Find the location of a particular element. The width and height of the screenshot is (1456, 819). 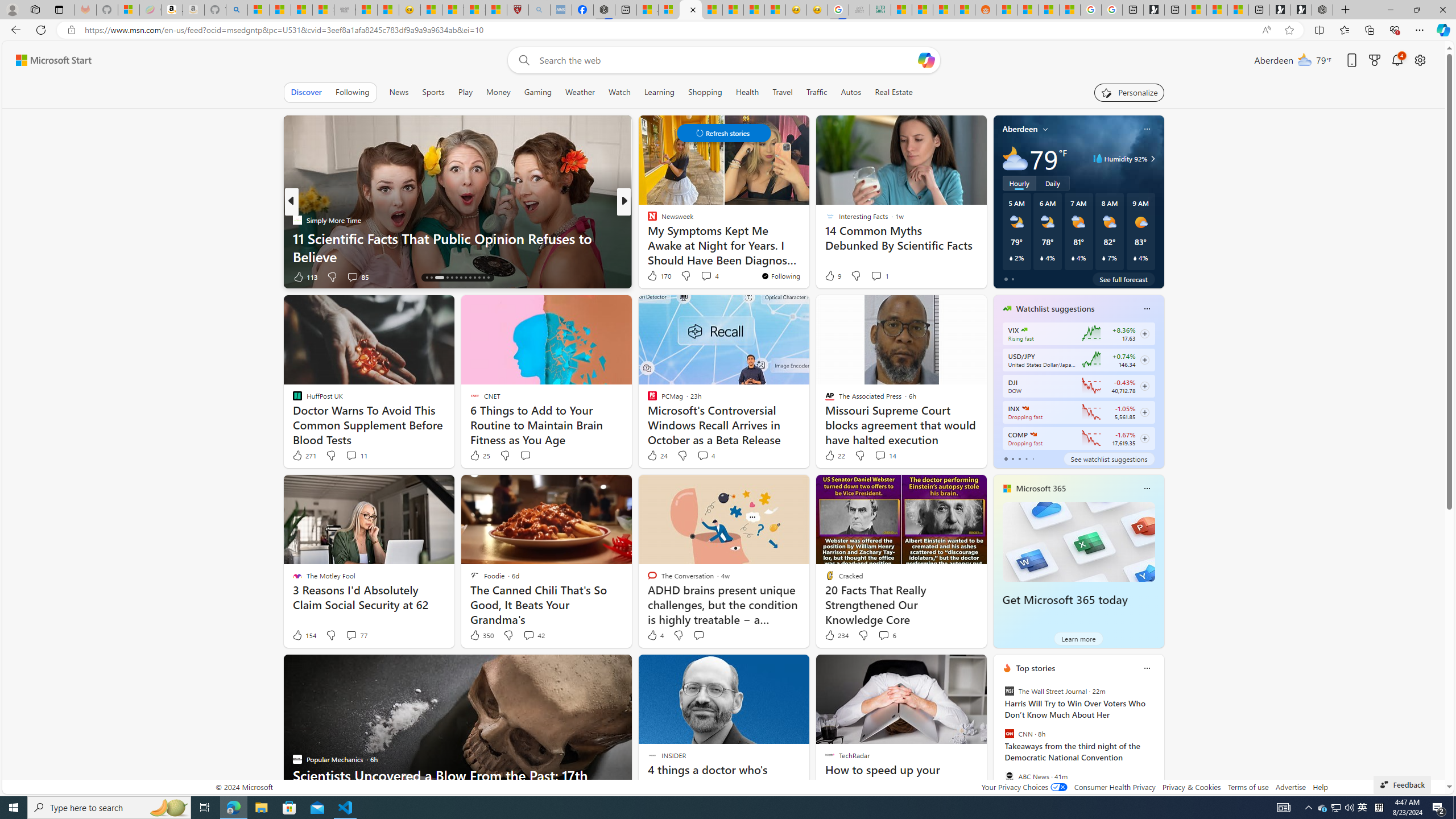

'Fitness - MSN' is located at coordinates (733, 9).